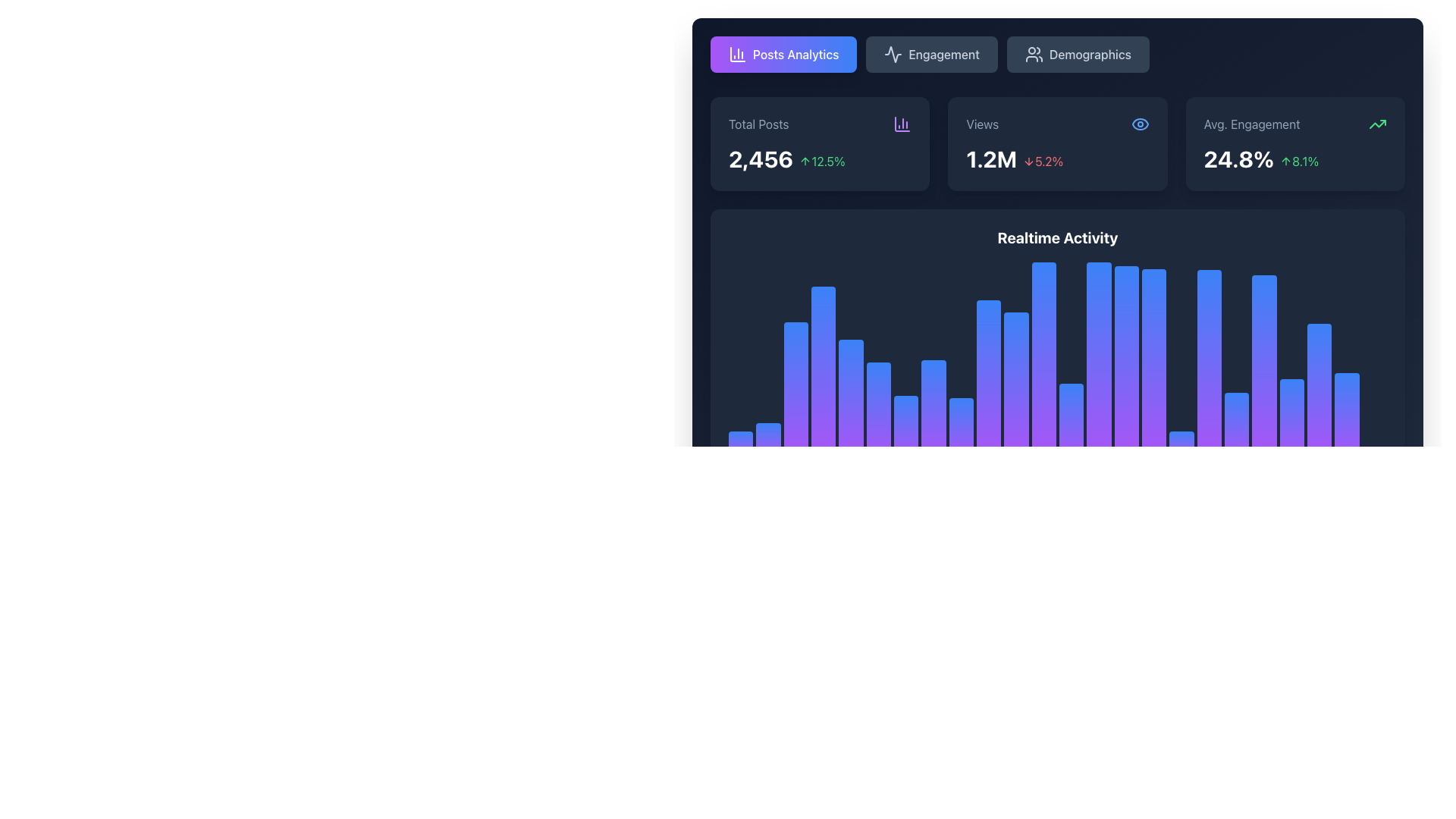  Describe the element at coordinates (1071, 371) in the screenshot. I see `the thirteenth vertical bar in the bar chart, which has a gradient color from purple to blue and a rounded top, to filter data in the 'Realtime Activity' section` at that location.